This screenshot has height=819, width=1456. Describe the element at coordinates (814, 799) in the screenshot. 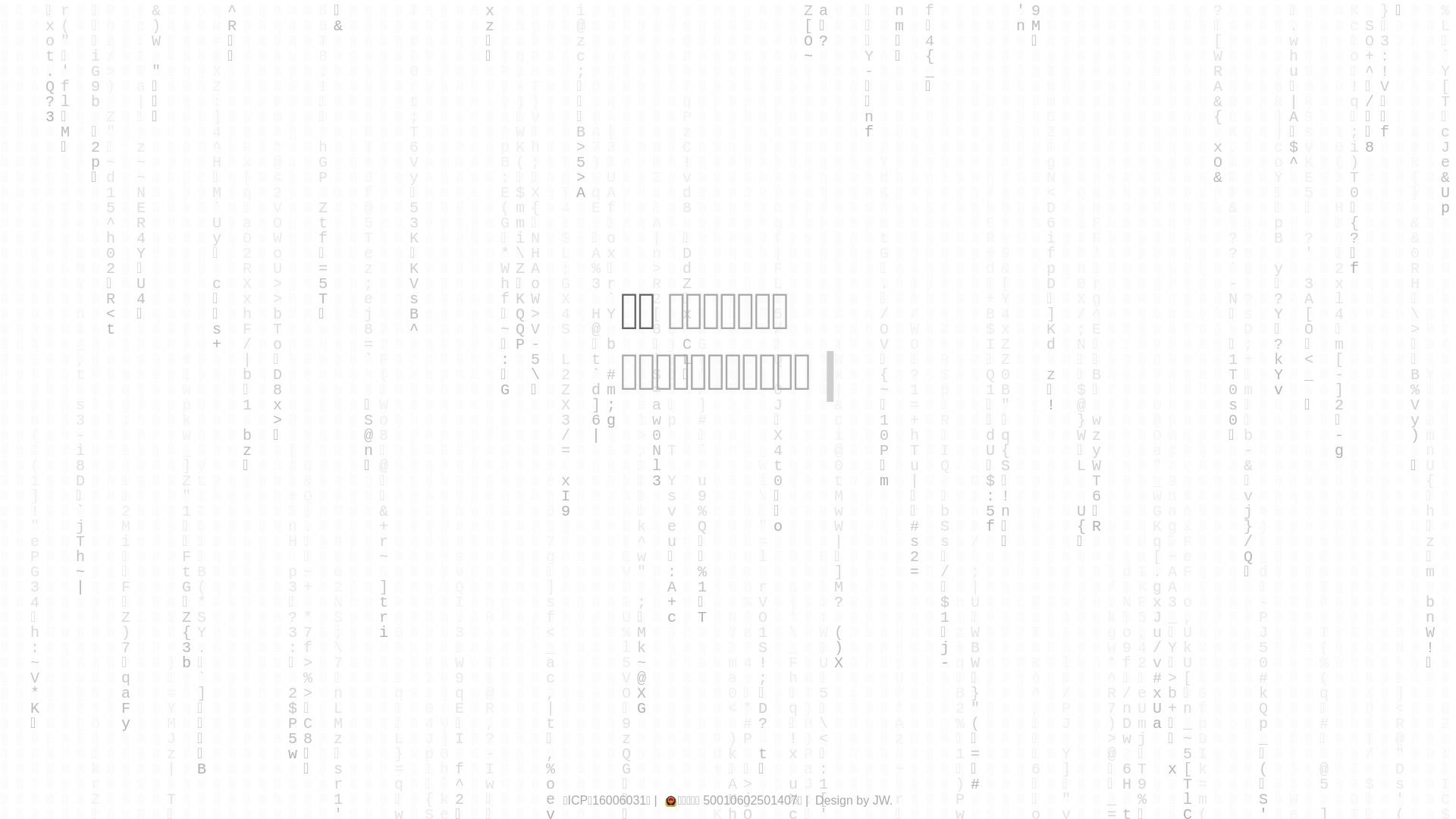

I see `'Design by JW.'` at that location.